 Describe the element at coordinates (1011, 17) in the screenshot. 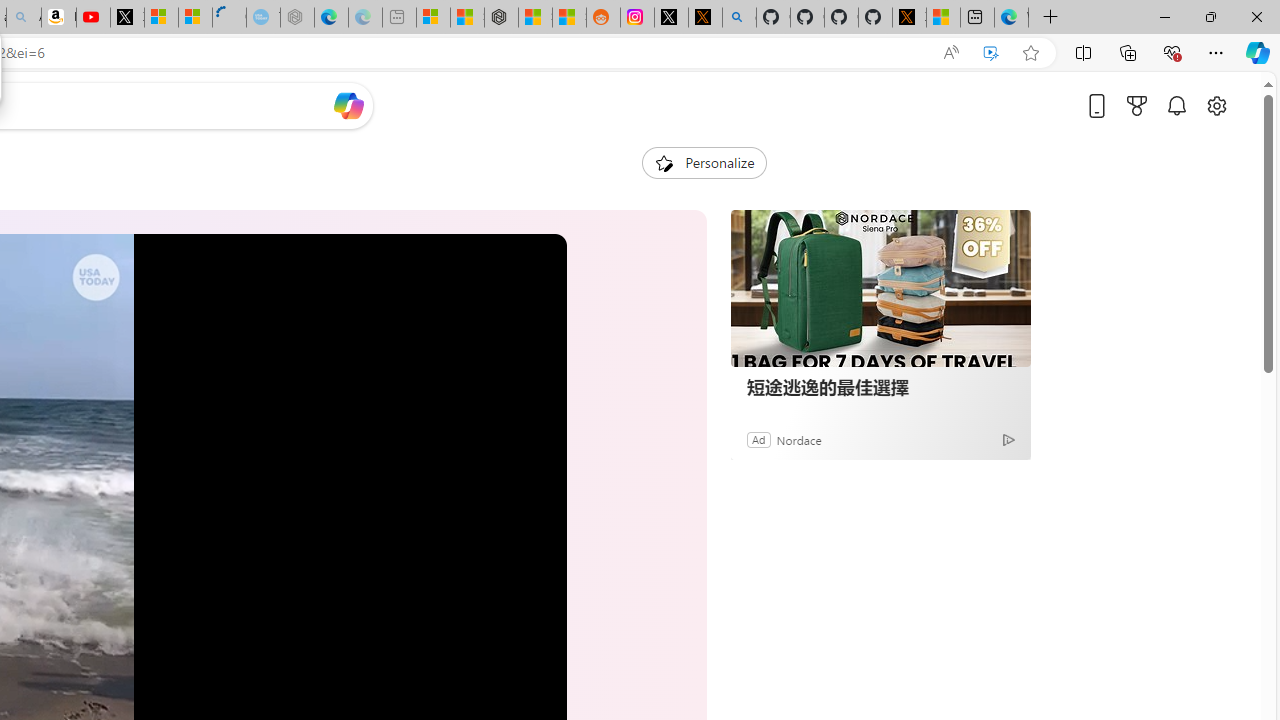

I see `'Welcome to Microsoft Edge'` at that location.